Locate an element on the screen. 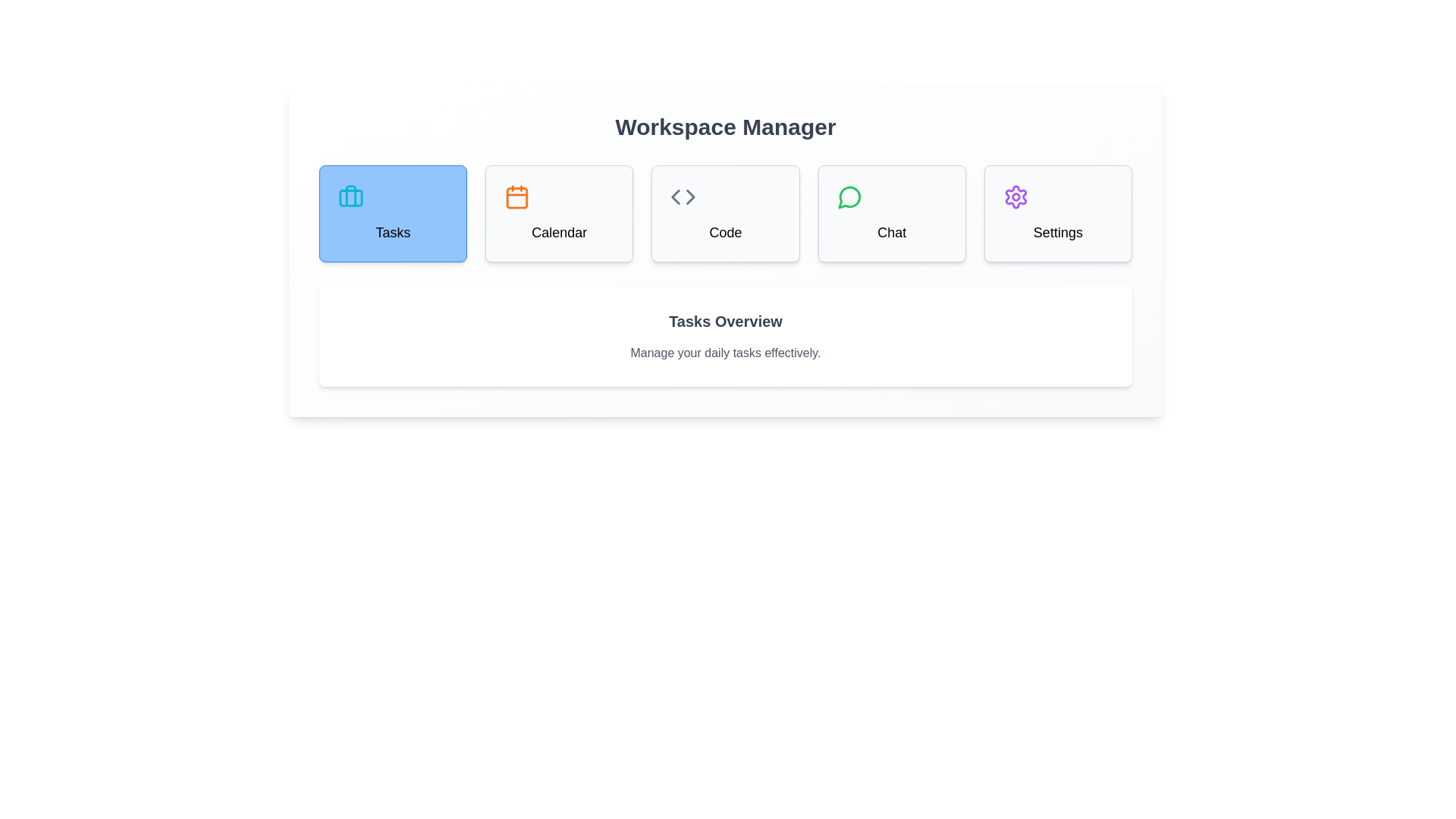 This screenshot has height=819, width=1456. the settings icon embedded within the settings button, which is the last button in a series of five horizontal buttons at the top of the interface is located at coordinates (1015, 196).